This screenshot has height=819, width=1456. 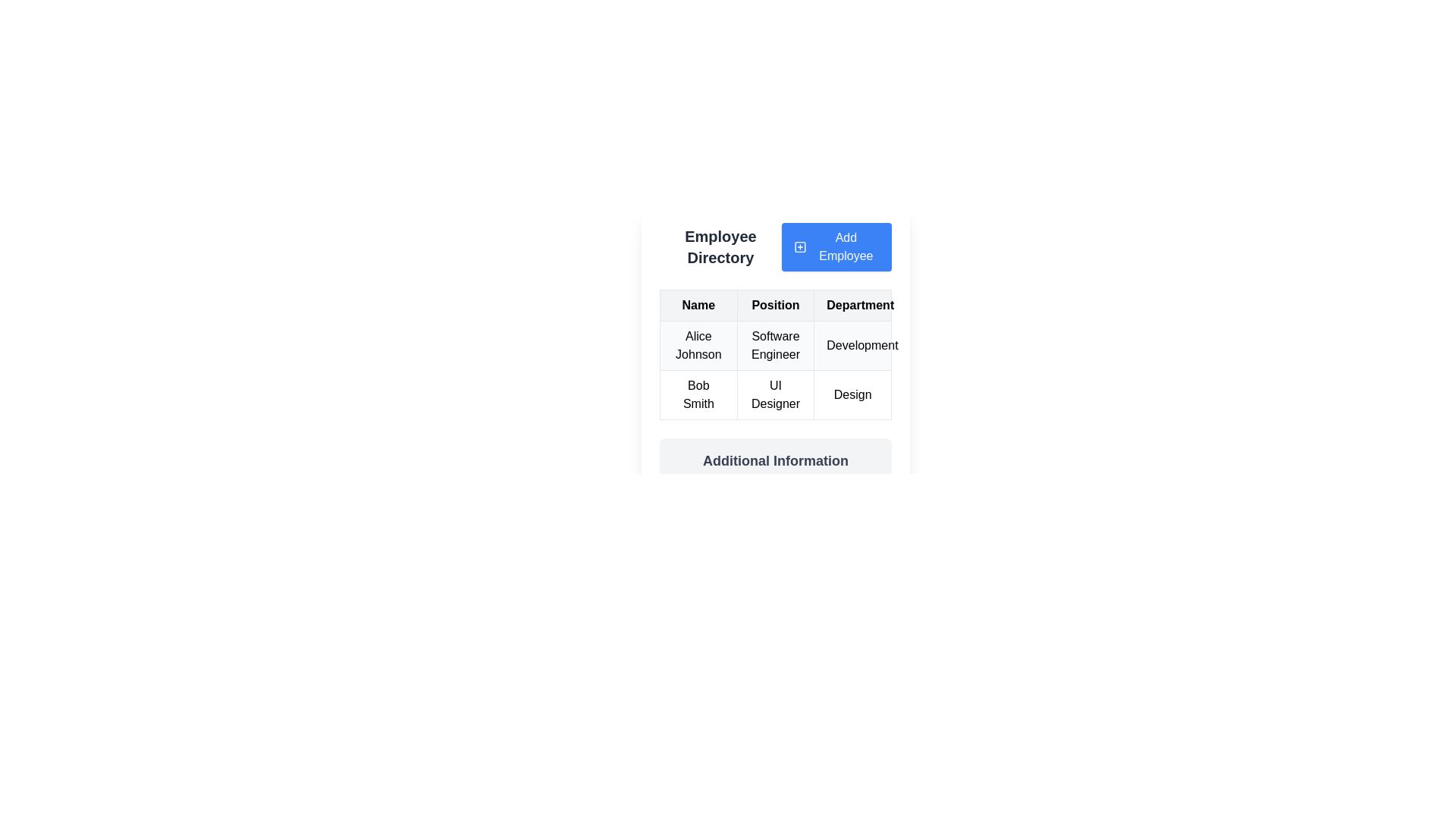 What do you see at coordinates (775, 246) in the screenshot?
I see `the 'Add Employee' button in the Employee Directory section to change its color` at bounding box center [775, 246].